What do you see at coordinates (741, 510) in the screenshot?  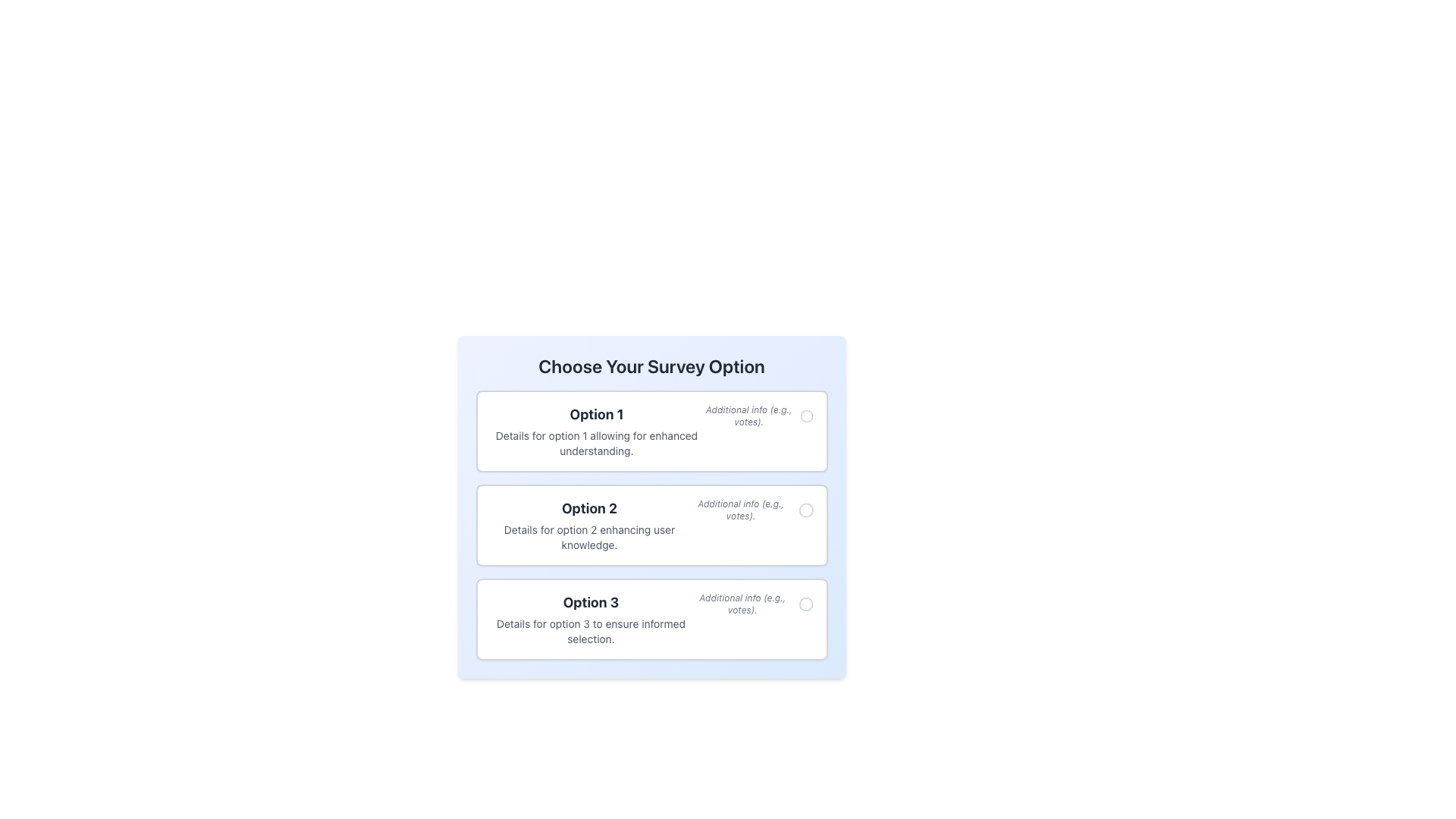 I see `the static text label providing supplementary information for Option 2, located above the circular radio input in the survey form` at bounding box center [741, 510].